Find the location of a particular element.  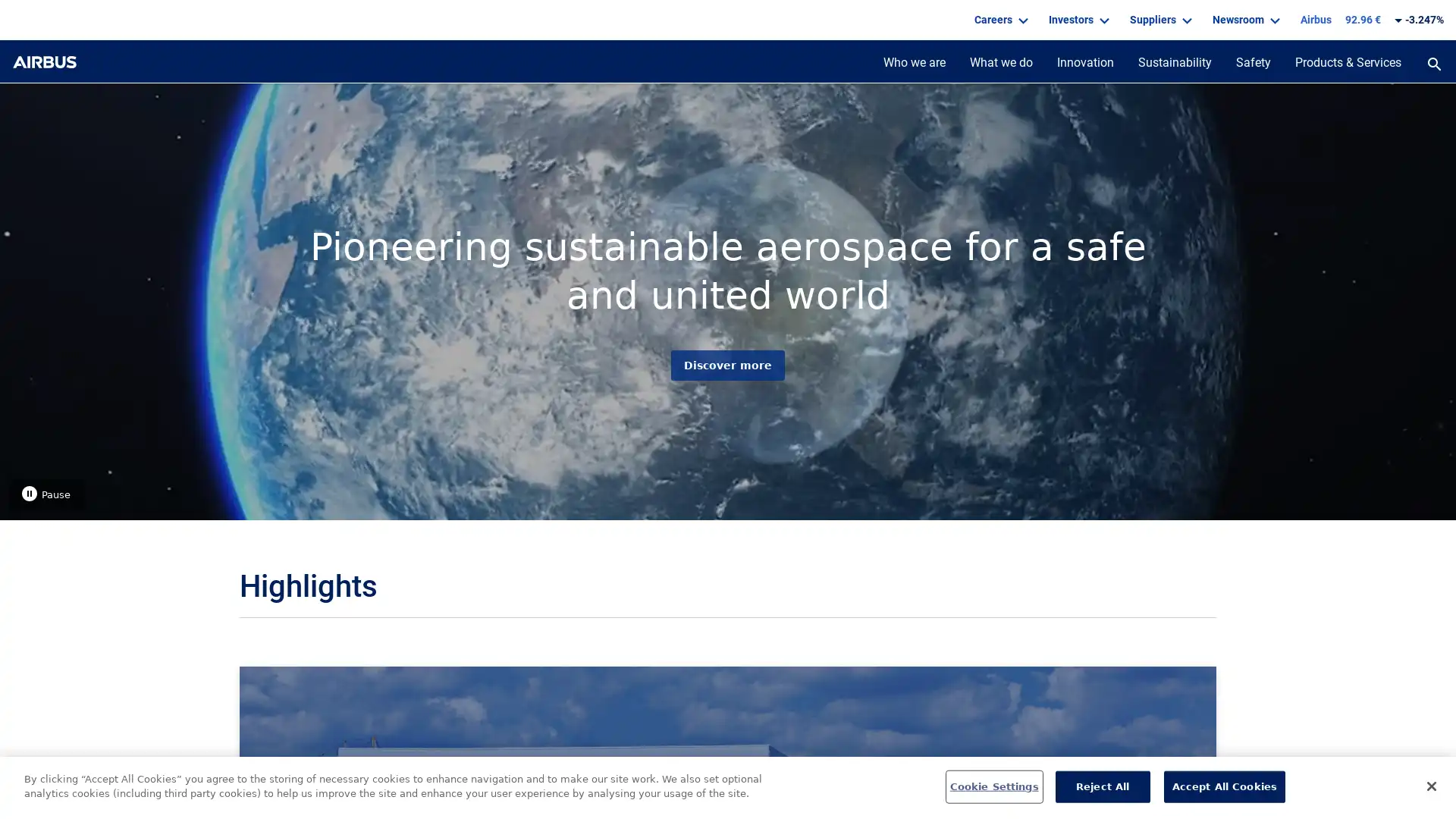

Suppliers is located at coordinates (1158, 20).